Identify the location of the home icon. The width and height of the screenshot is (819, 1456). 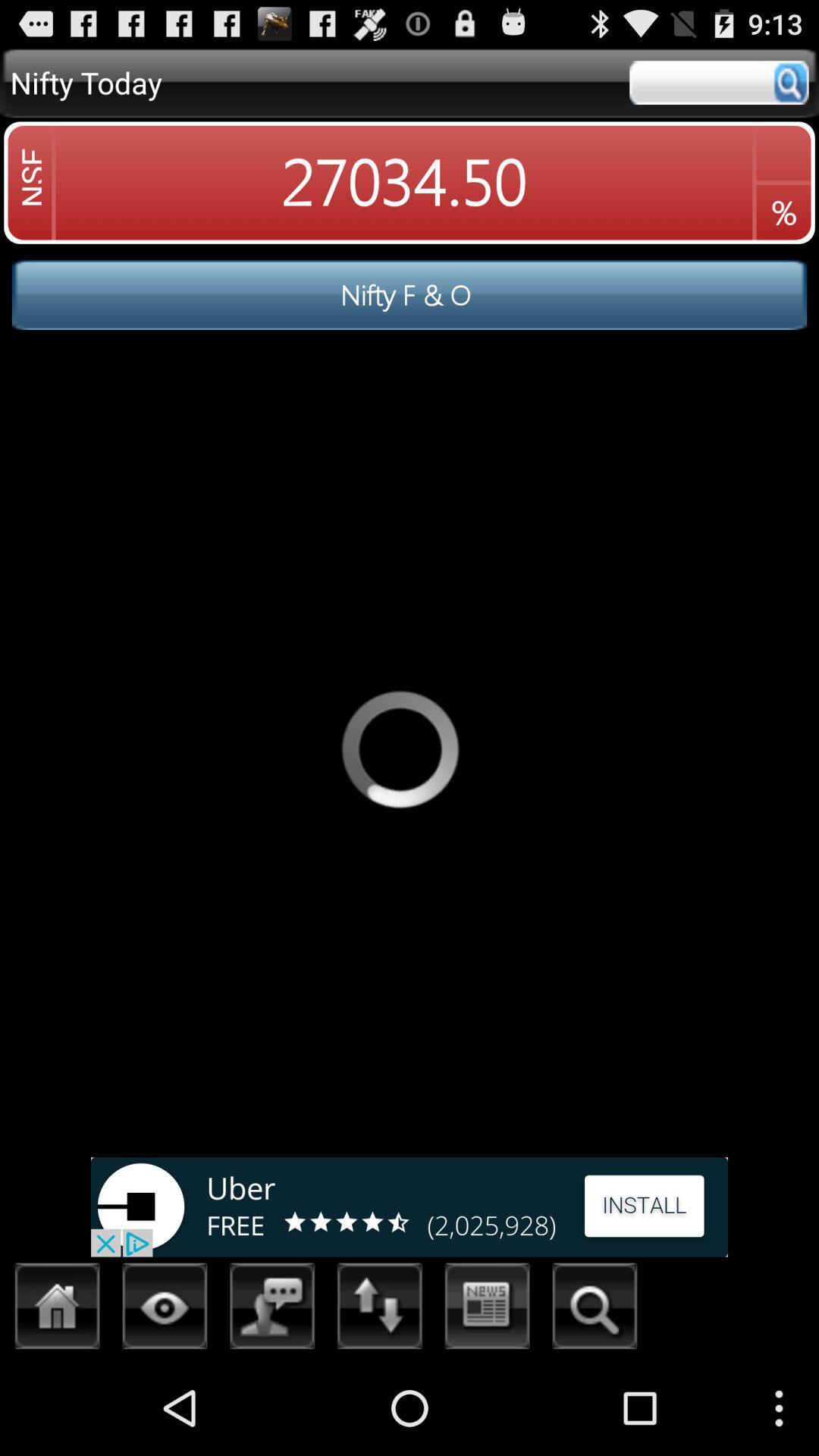
(57, 1401).